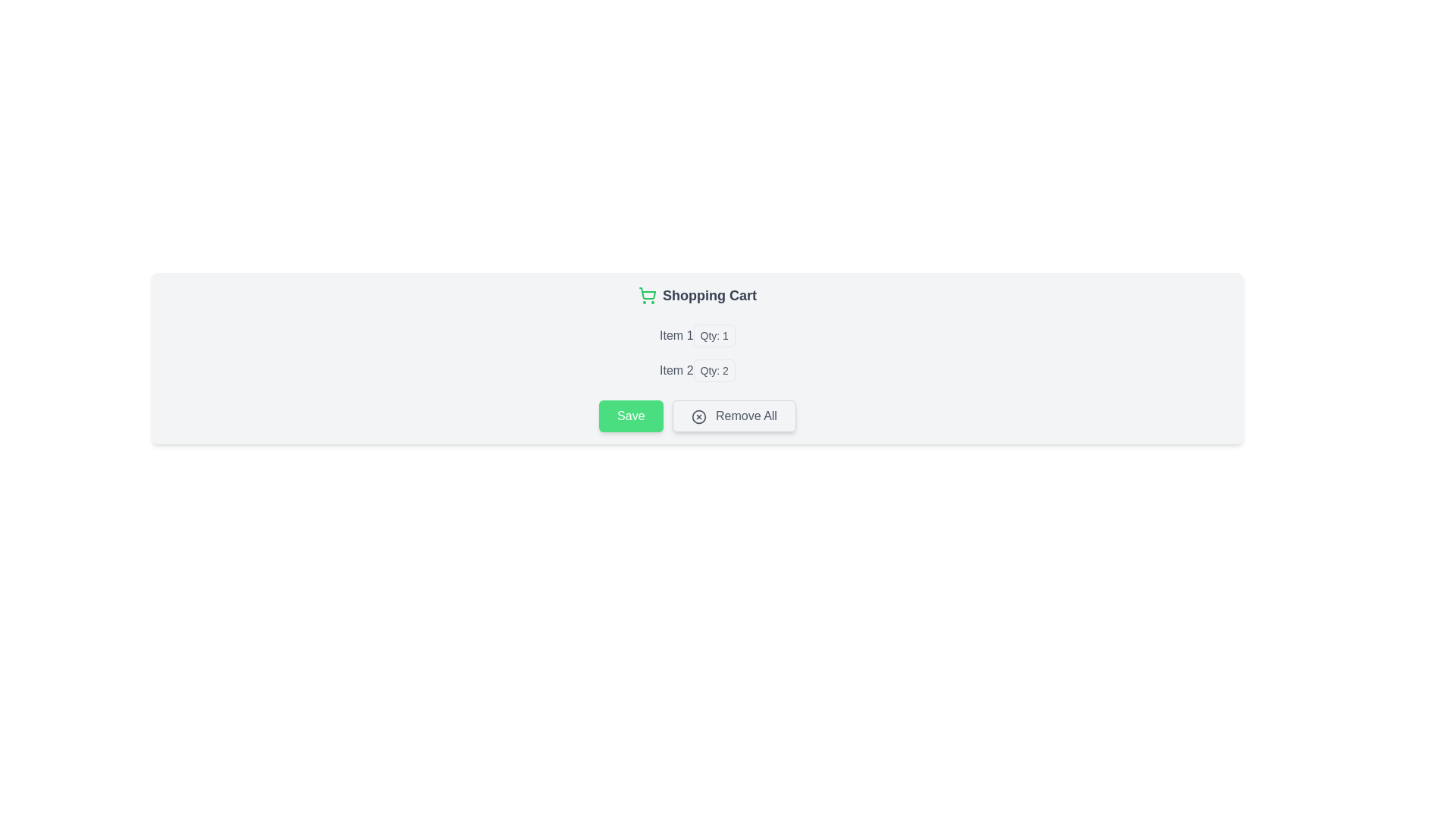 This screenshot has height=819, width=1456. What do you see at coordinates (714, 371) in the screenshot?
I see `quantity displayed in the text label showing 'Qty: 2', which is positioned to the right of the 'Item 2' label in the shopping cart section` at bounding box center [714, 371].